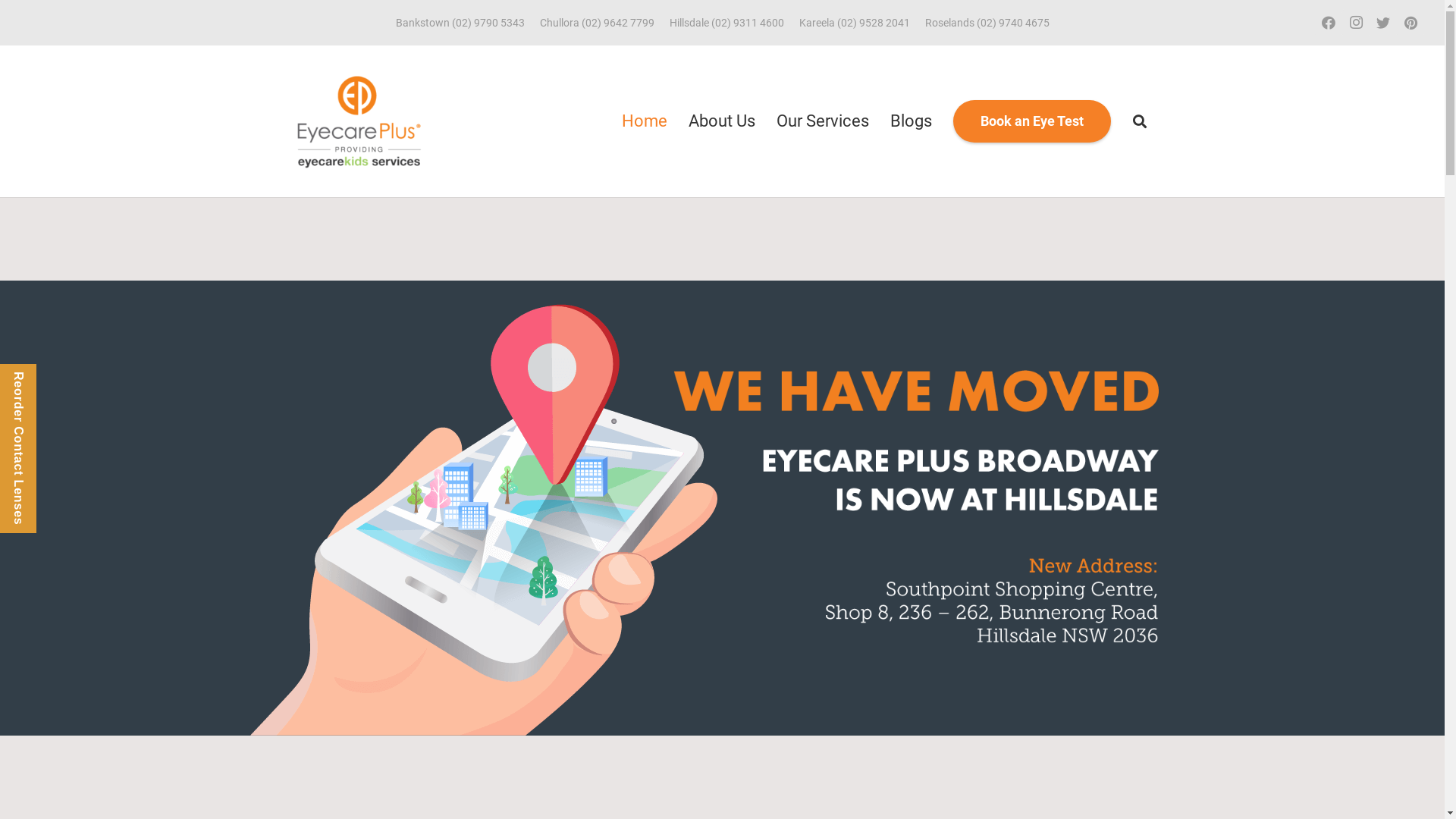  I want to click on 'Roselands (02) 9740 4675', so click(987, 23).